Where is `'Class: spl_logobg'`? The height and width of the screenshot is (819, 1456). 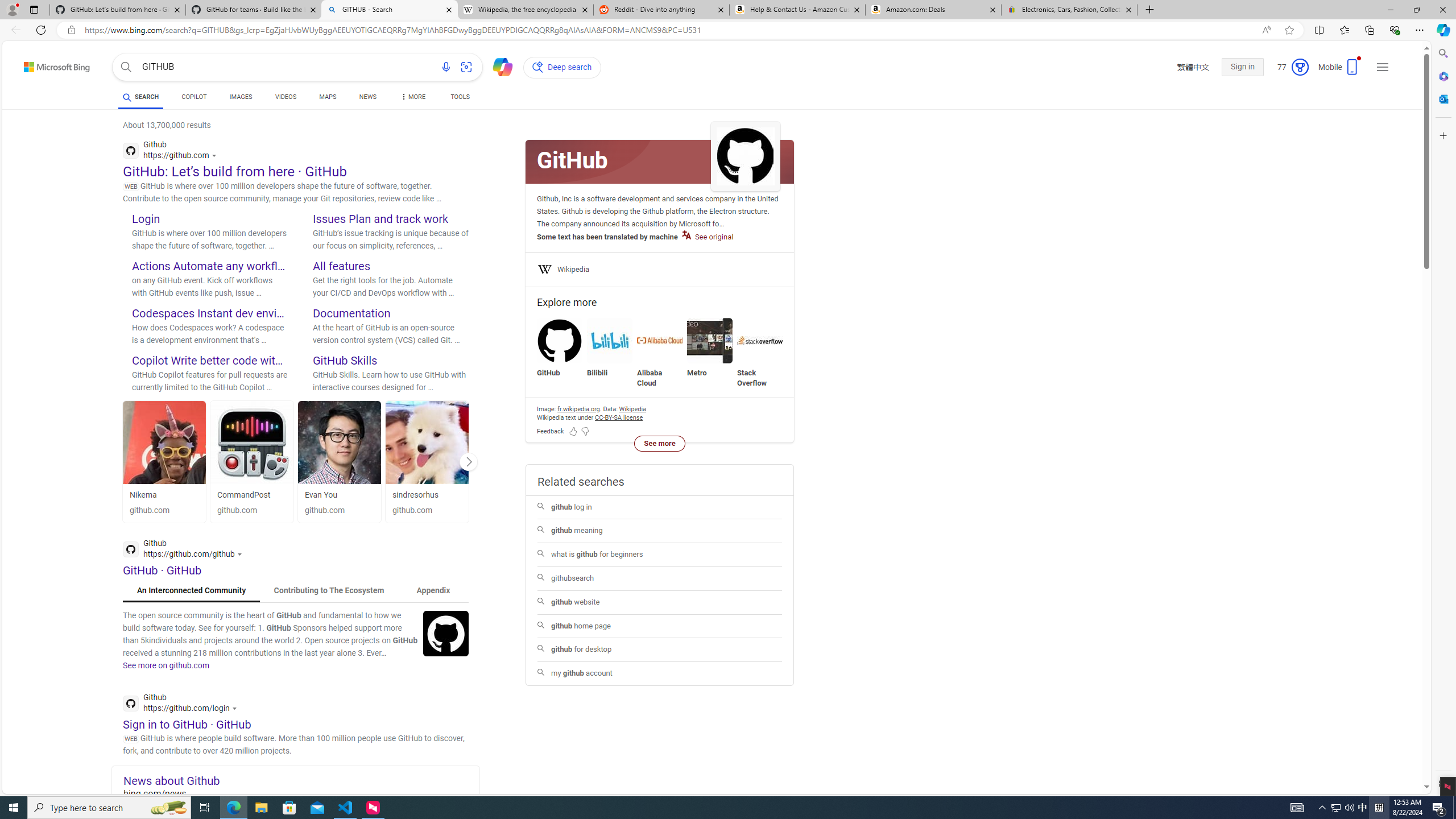 'Class: spl_logobg' is located at coordinates (659, 161).